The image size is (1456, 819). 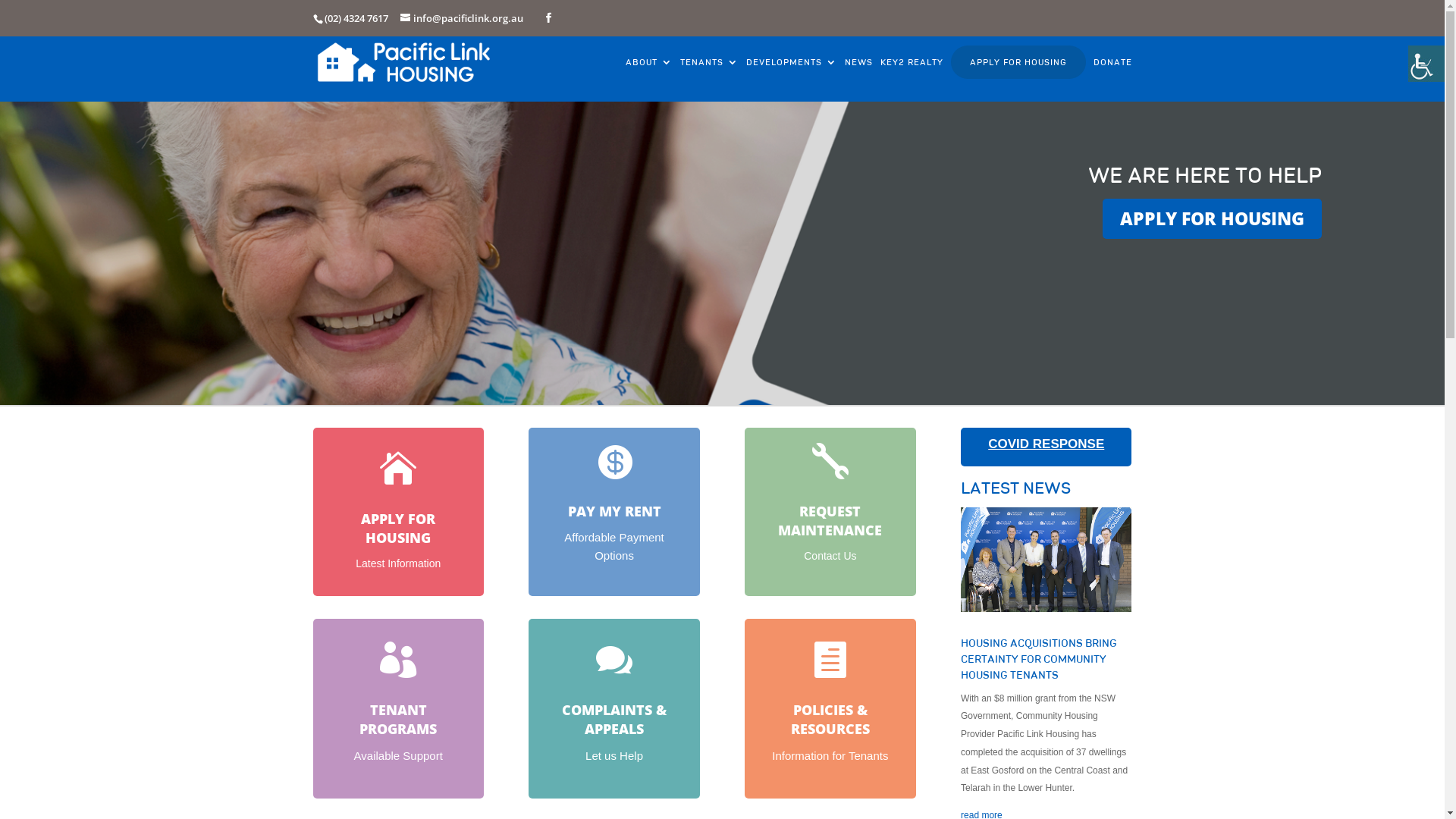 I want to click on 'Let us Help', so click(x=614, y=755).